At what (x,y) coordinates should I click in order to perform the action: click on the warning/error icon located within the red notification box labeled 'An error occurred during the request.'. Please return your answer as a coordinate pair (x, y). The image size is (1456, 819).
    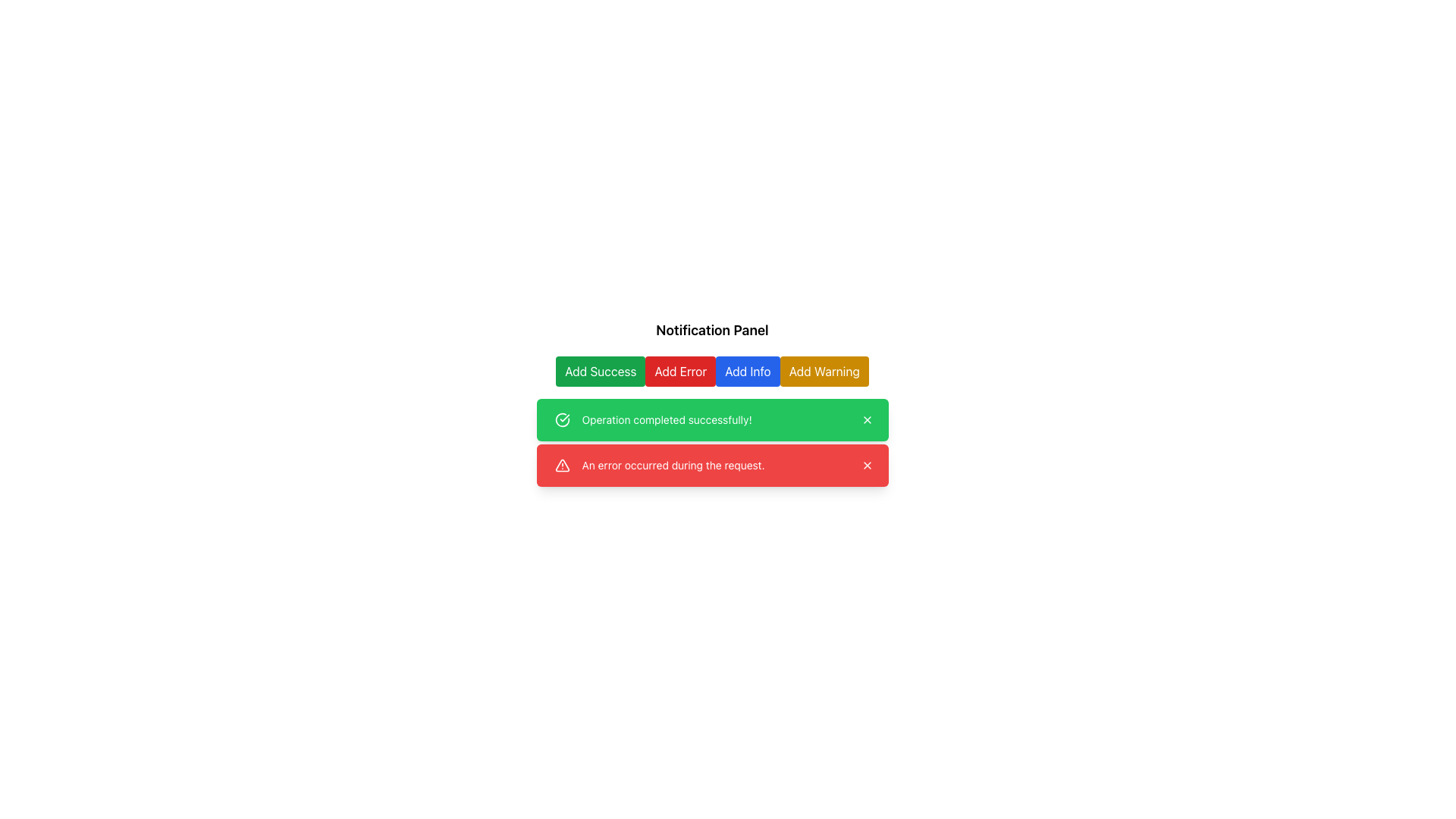
    Looking at the image, I should click on (561, 464).